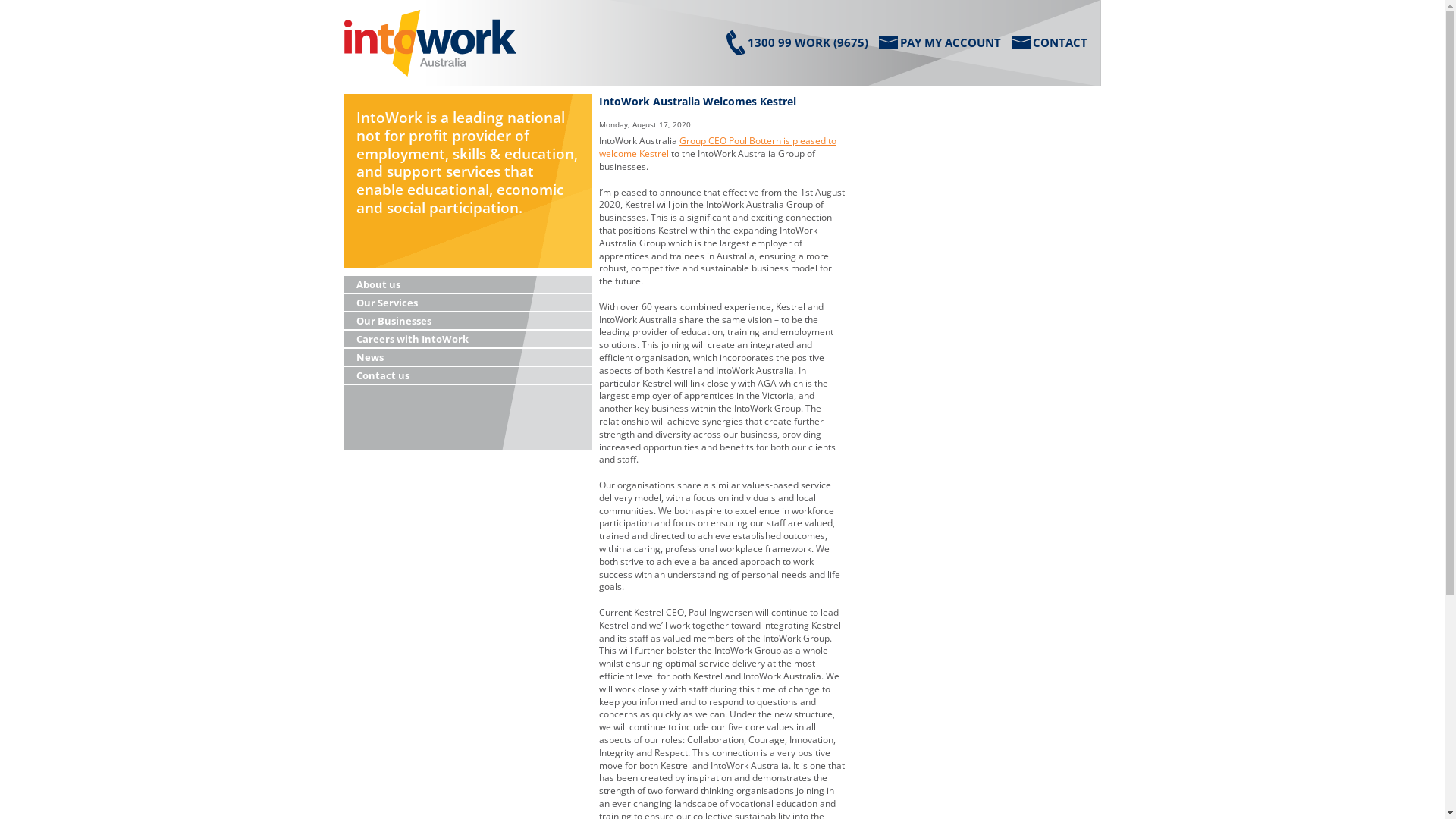 The width and height of the screenshot is (1456, 819). What do you see at coordinates (1048, 42) in the screenshot?
I see `'CONTACT'` at bounding box center [1048, 42].